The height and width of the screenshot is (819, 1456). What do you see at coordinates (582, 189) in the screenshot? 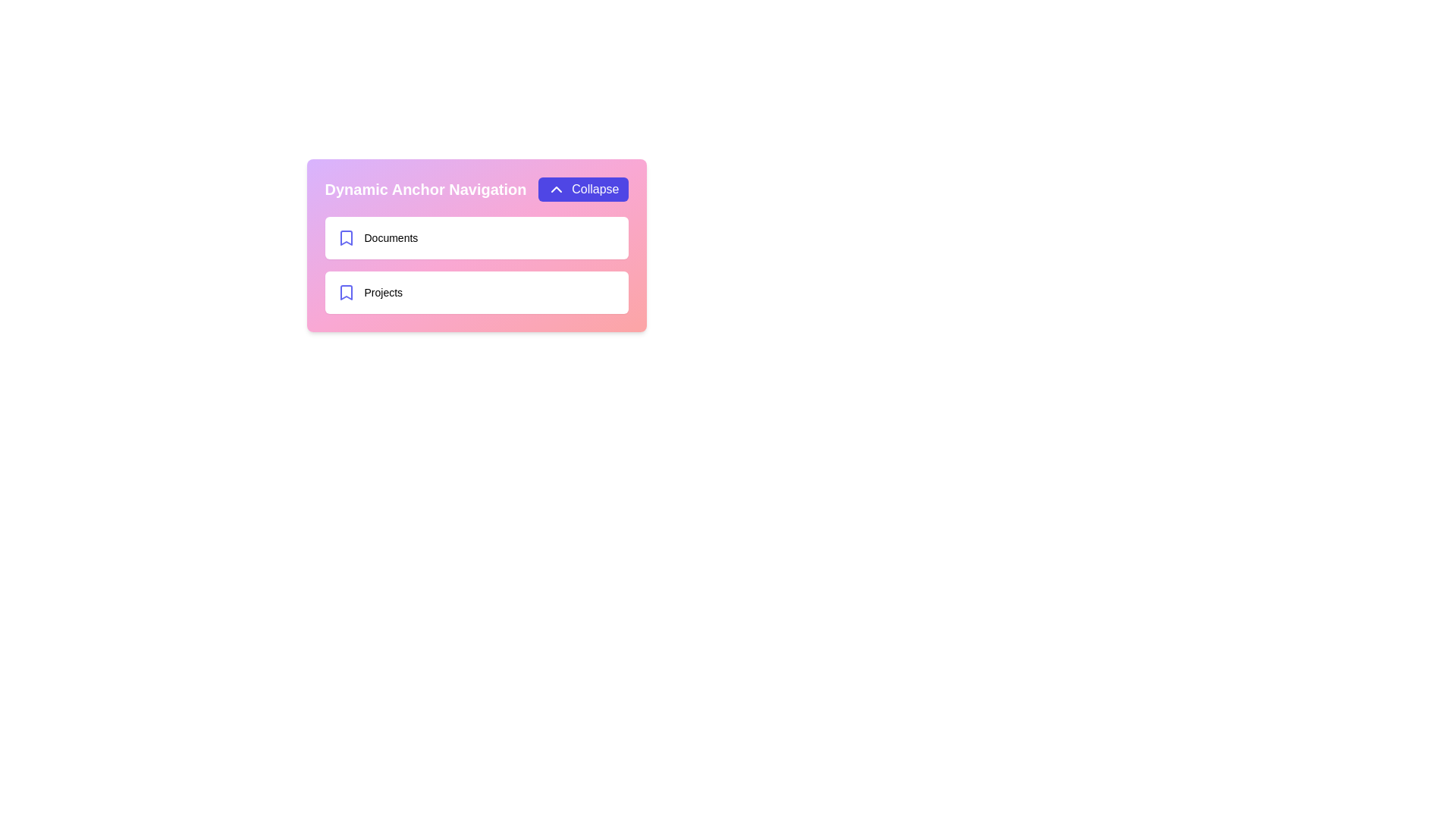
I see `the rectangular dark blue button labeled 'Collapse' with an upward-pointing chevron icon` at bounding box center [582, 189].